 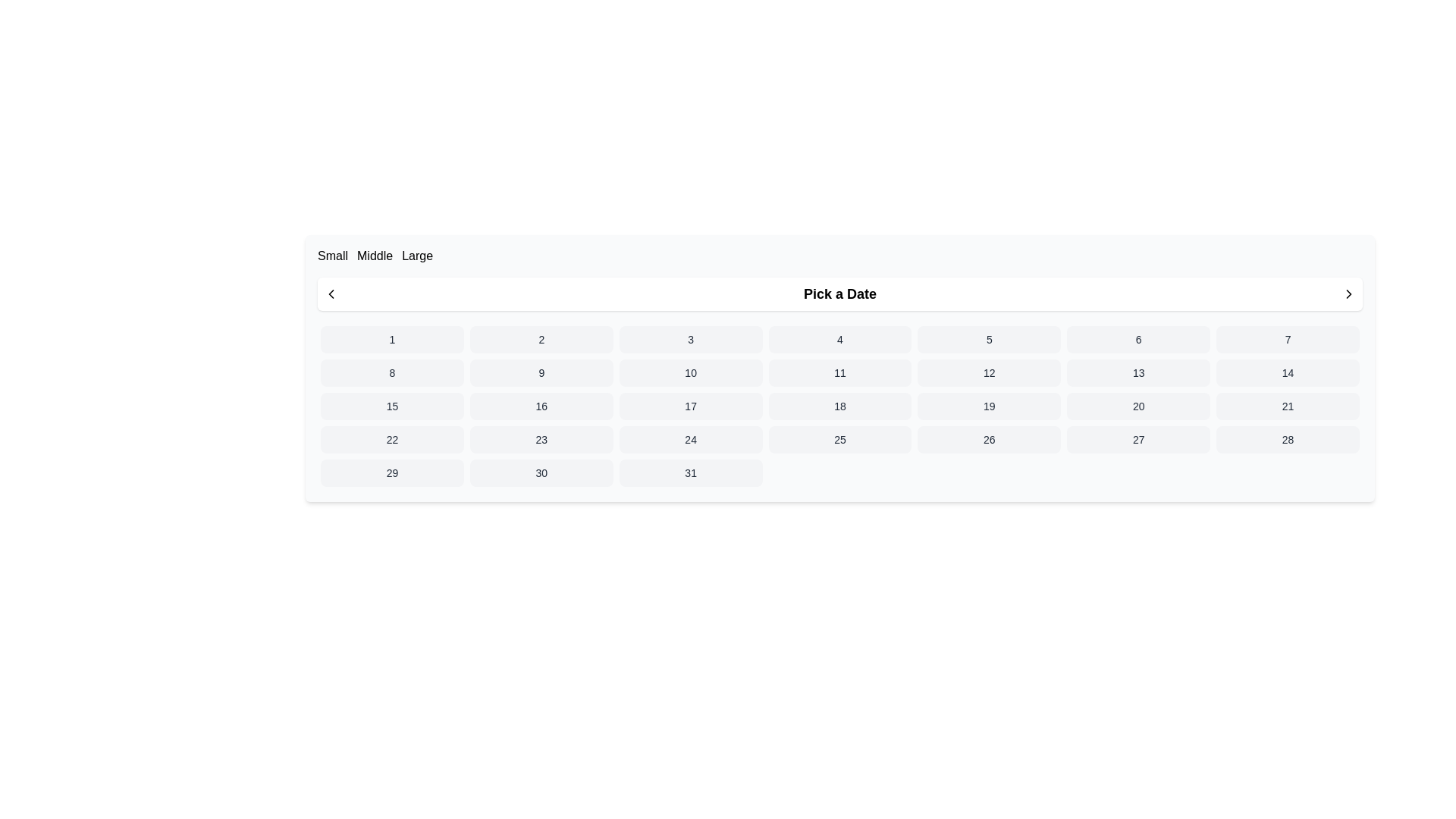 I want to click on the rectangular button with rounded edges containing the text '27', so click(x=1138, y=439).